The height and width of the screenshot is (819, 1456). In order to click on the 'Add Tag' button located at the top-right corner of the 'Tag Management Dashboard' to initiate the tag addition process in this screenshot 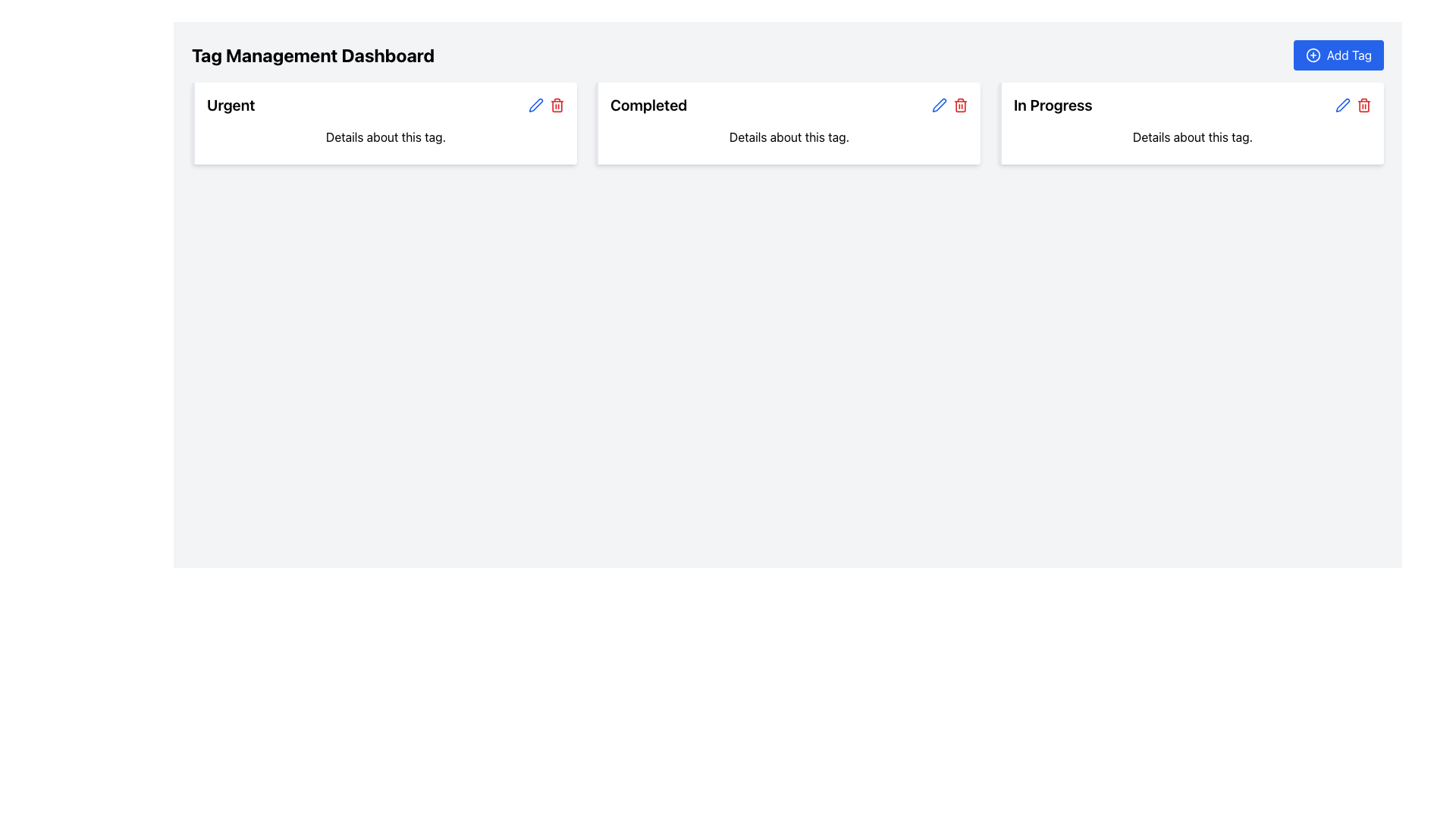, I will do `click(1338, 55)`.